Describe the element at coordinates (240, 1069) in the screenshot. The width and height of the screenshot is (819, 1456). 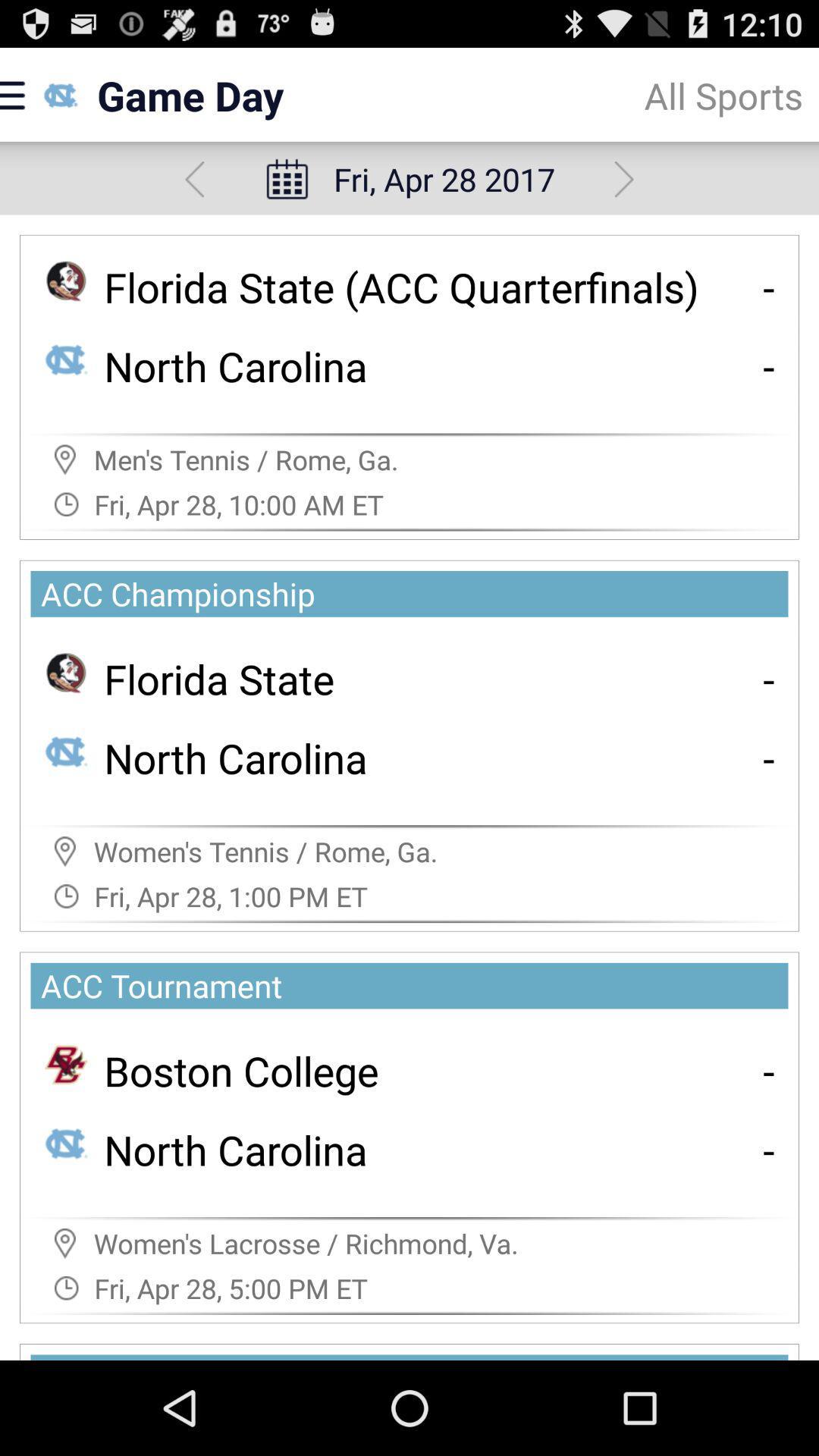
I see `icon below the acc tournament` at that location.